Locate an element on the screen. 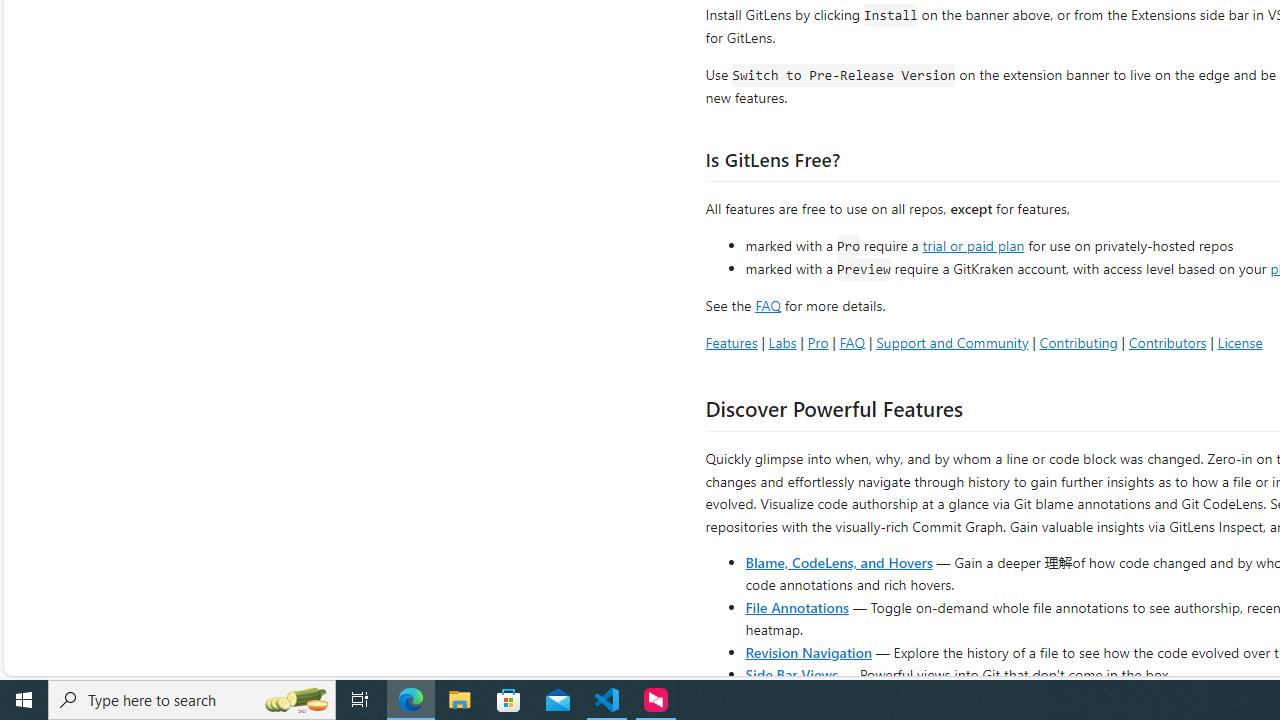  'Contributing' is located at coordinates (1077, 341).